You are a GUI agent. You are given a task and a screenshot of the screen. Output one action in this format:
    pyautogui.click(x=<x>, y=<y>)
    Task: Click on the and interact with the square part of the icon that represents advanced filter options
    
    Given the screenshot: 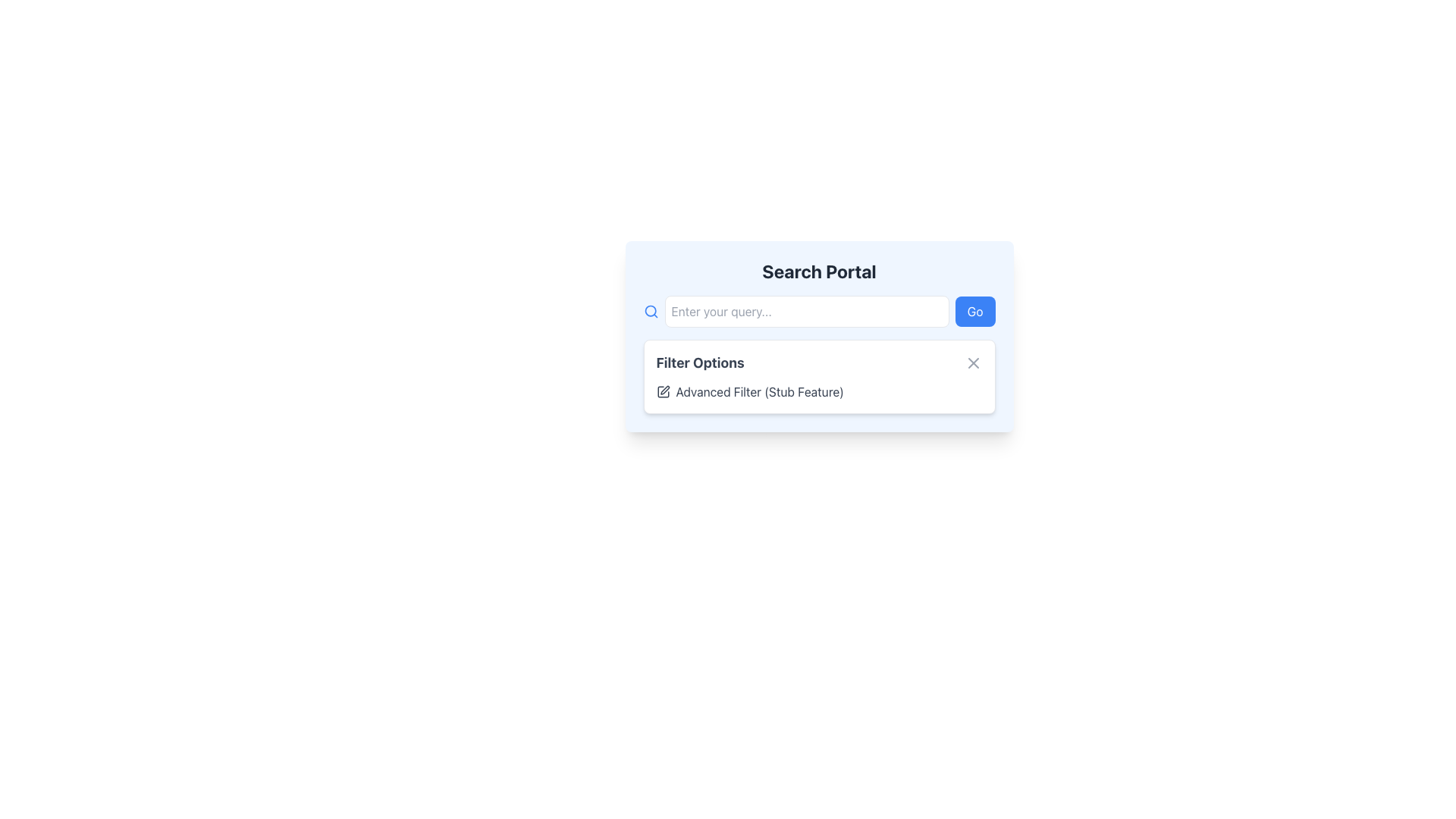 What is the action you would take?
    pyautogui.click(x=663, y=391)
    